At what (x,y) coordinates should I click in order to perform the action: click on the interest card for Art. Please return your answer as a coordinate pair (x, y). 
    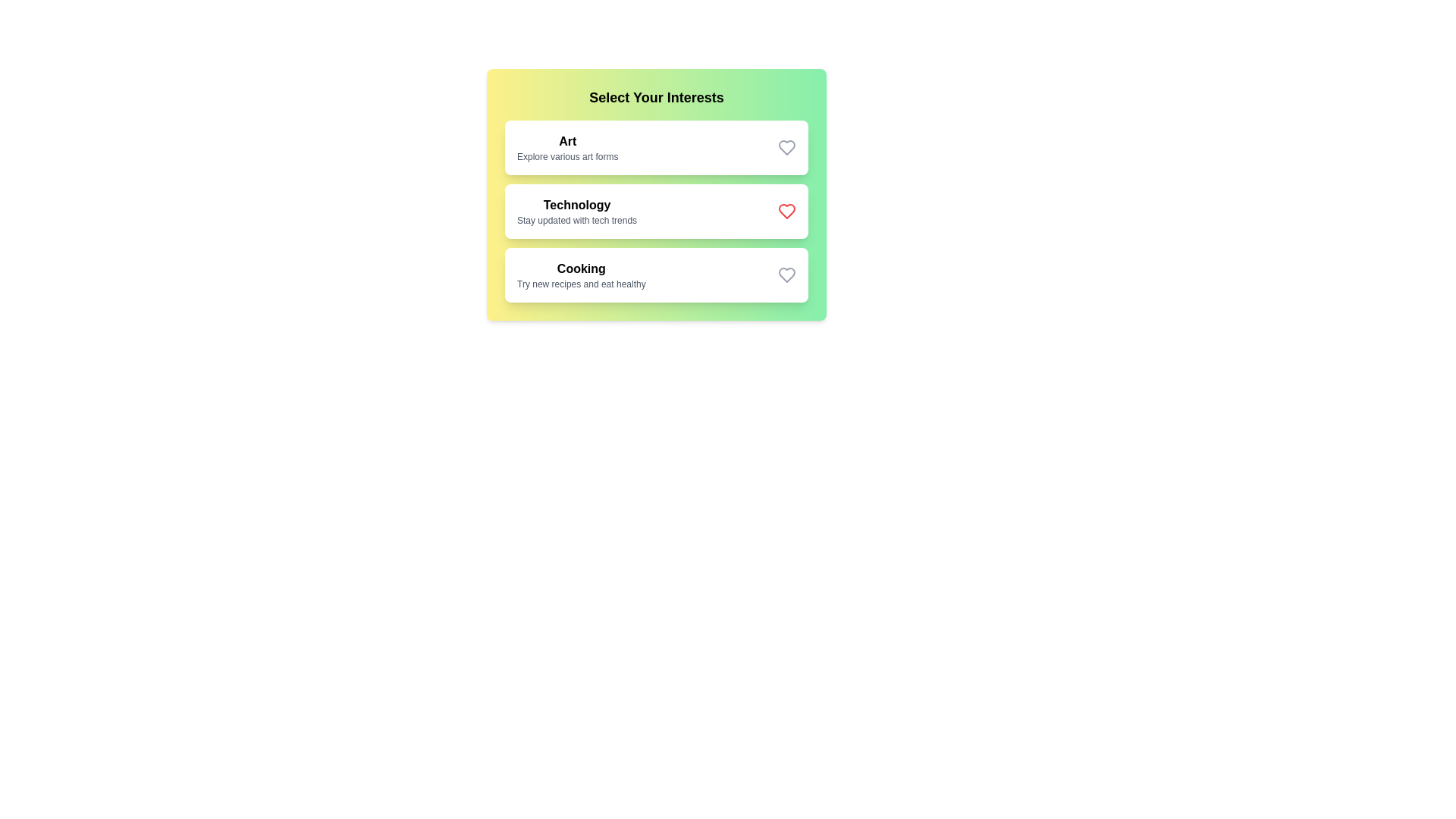
    Looking at the image, I should click on (656, 148).